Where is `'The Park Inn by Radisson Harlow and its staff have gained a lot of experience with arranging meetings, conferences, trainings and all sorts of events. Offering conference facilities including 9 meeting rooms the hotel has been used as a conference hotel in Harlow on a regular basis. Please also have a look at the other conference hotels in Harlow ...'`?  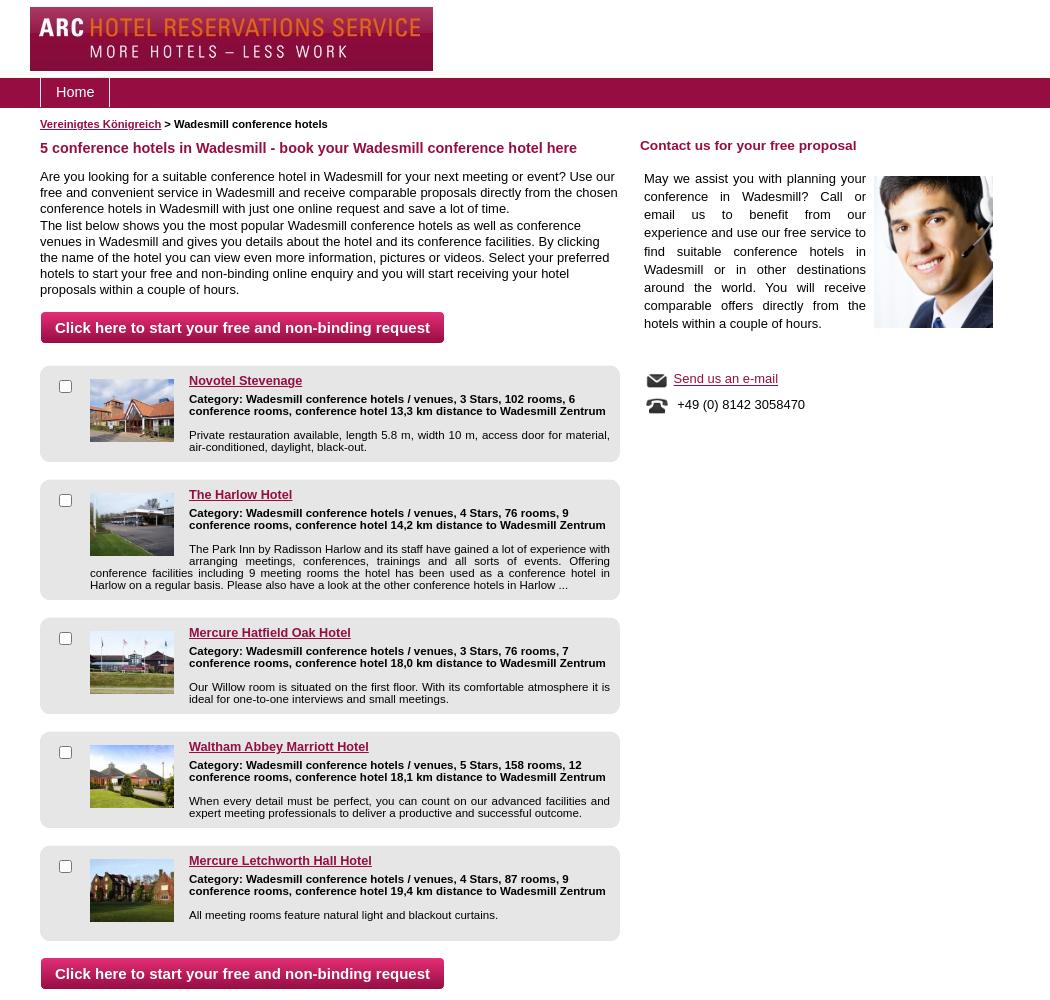 'The Park Inn by Radisson Harlow and its staff have gained a lot of experience with arranging meetings, conferences, trainings and all sorts of events. Offering conference facilities including 9 meeting rooms the hotel has been used as a conference hotel in Harlow on a regular basis. Please also have a look at the other conference hotels in Harlow ...' is located at coordinates (348, 566).